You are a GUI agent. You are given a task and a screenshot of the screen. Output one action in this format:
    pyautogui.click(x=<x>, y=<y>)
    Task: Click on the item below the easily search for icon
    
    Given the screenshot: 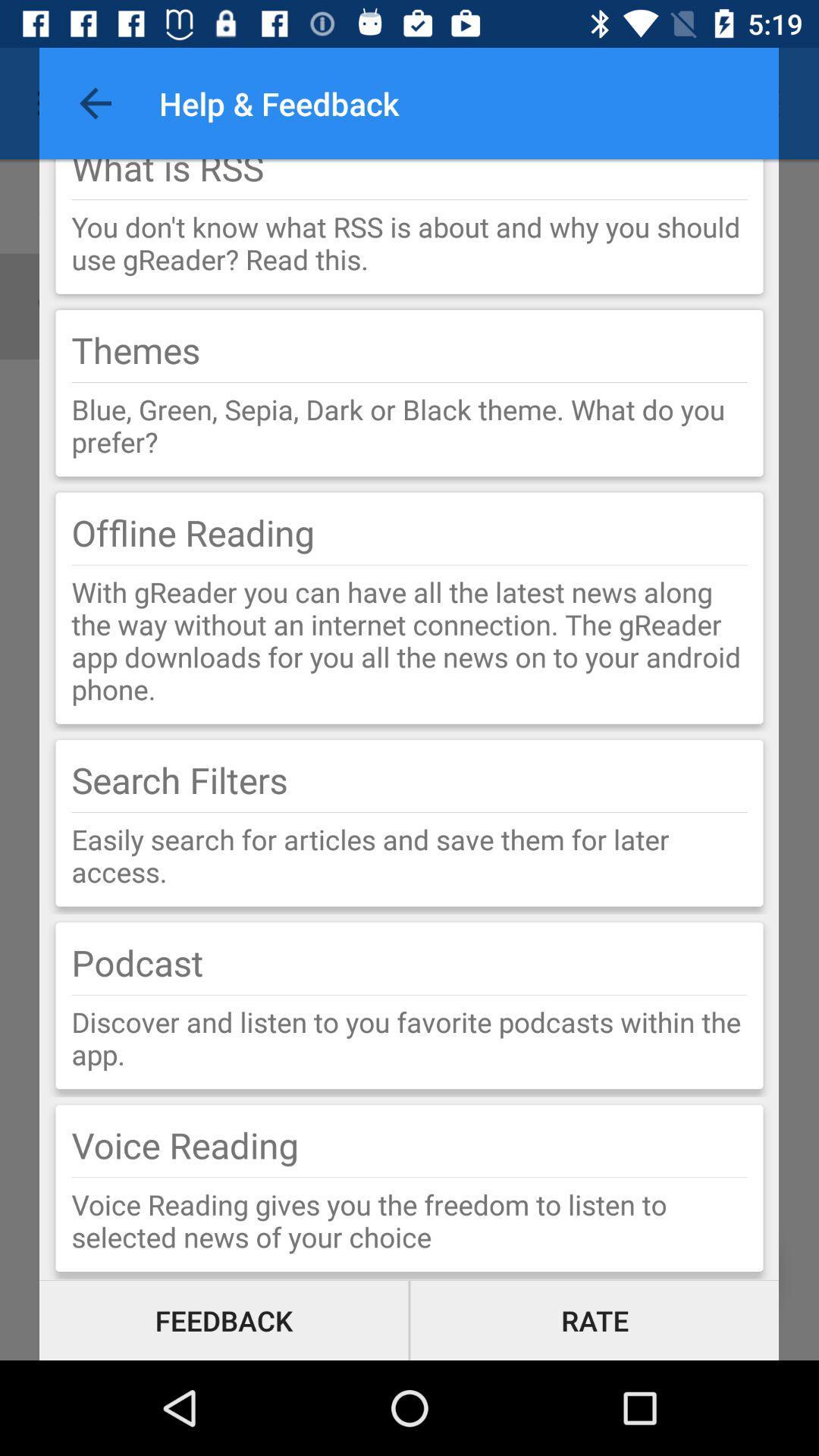 What is the action you would take?
    pyautogui.click(x=137, y=962)
    